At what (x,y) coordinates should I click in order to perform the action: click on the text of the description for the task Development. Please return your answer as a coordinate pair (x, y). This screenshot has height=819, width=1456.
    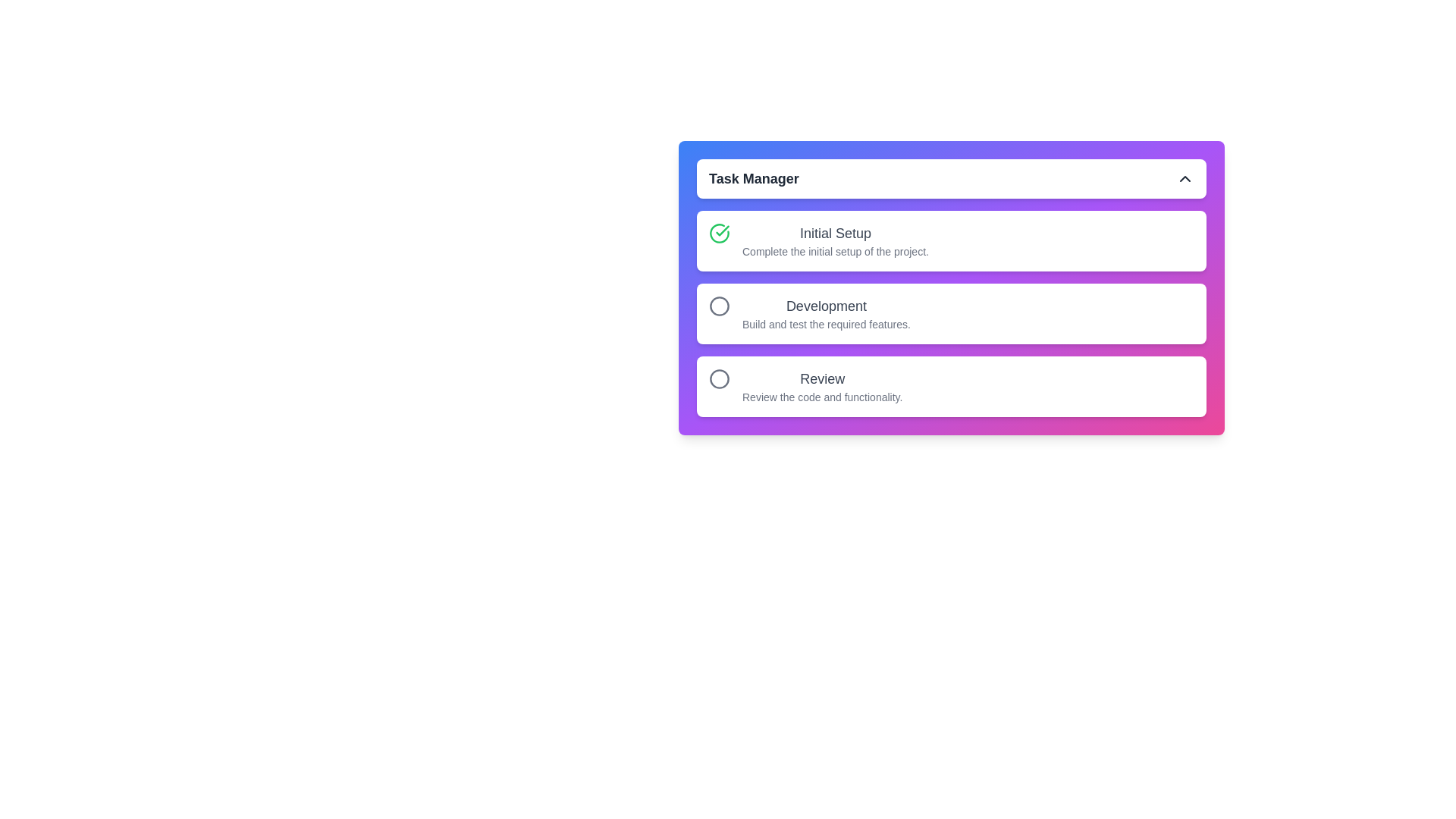
    Looking at the image, I should click on (825, 312).